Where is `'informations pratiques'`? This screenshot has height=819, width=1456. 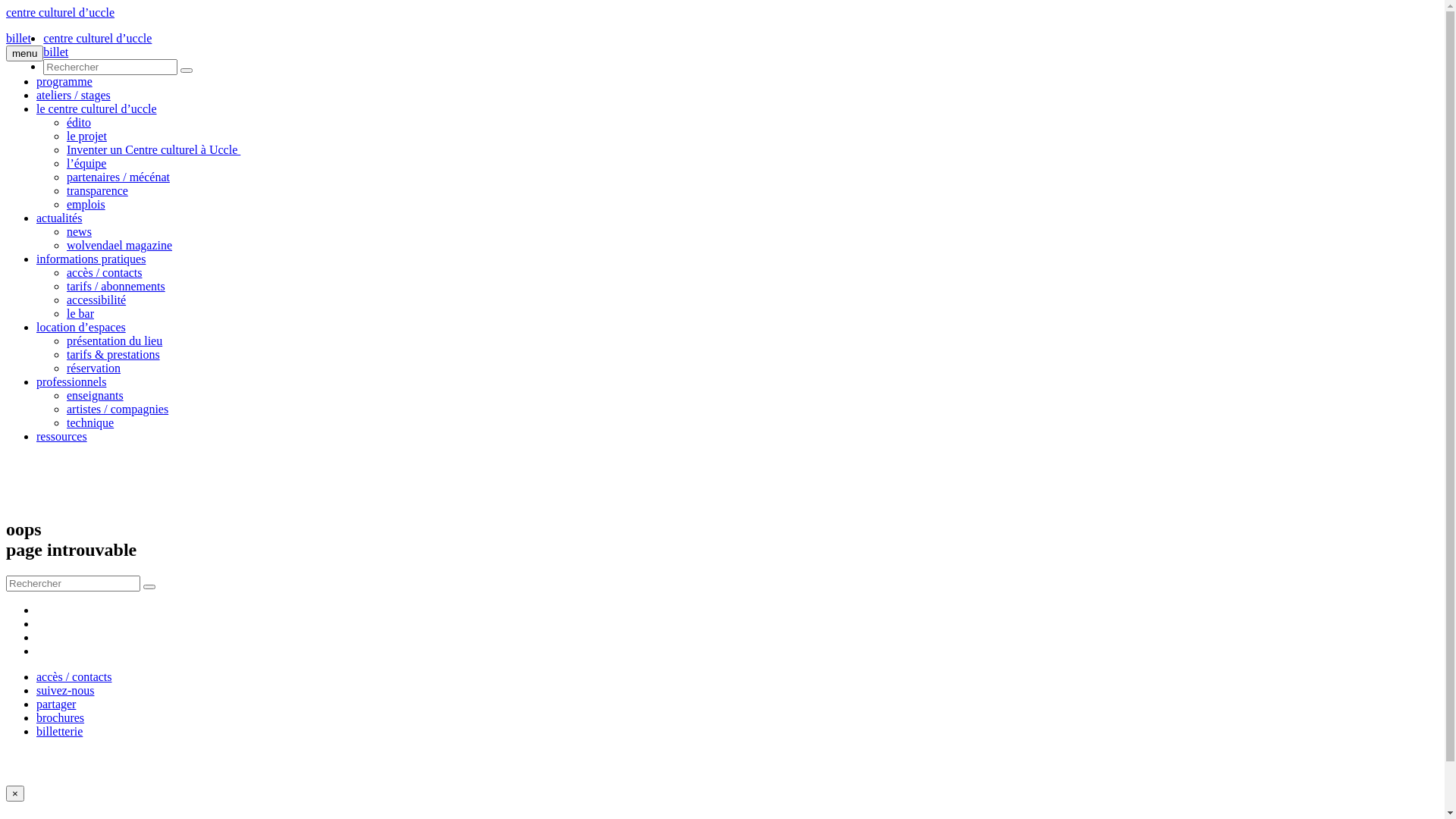
'informations pratiques' is located at coordinates (90, 258).